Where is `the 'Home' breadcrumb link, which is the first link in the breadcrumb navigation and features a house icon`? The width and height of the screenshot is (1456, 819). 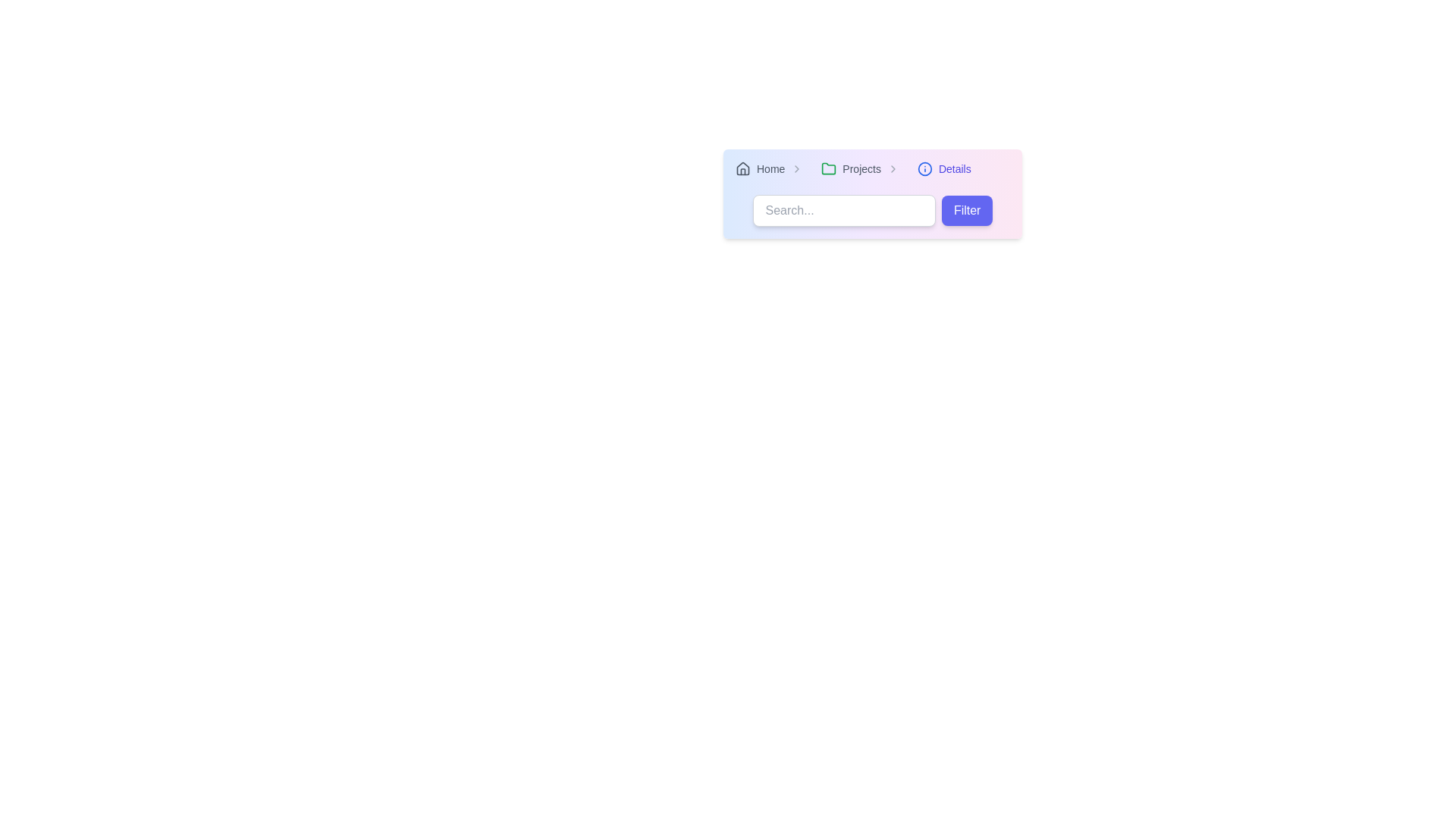
the 'Home' breadcrumb link, which is the first link in the breadcrumb navigation and features a house icon is located at coordinates (772, 169).